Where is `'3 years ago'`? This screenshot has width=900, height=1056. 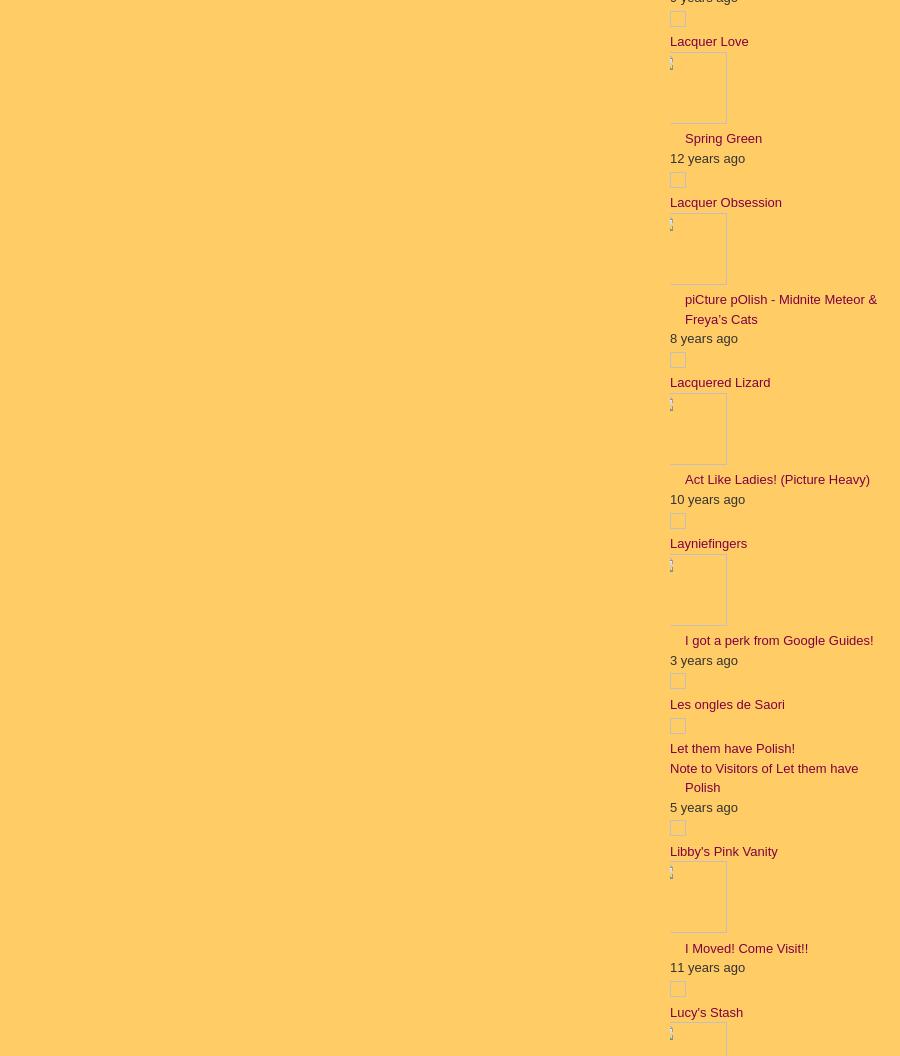
'3 years ago' is located at coordinates (702, 658).